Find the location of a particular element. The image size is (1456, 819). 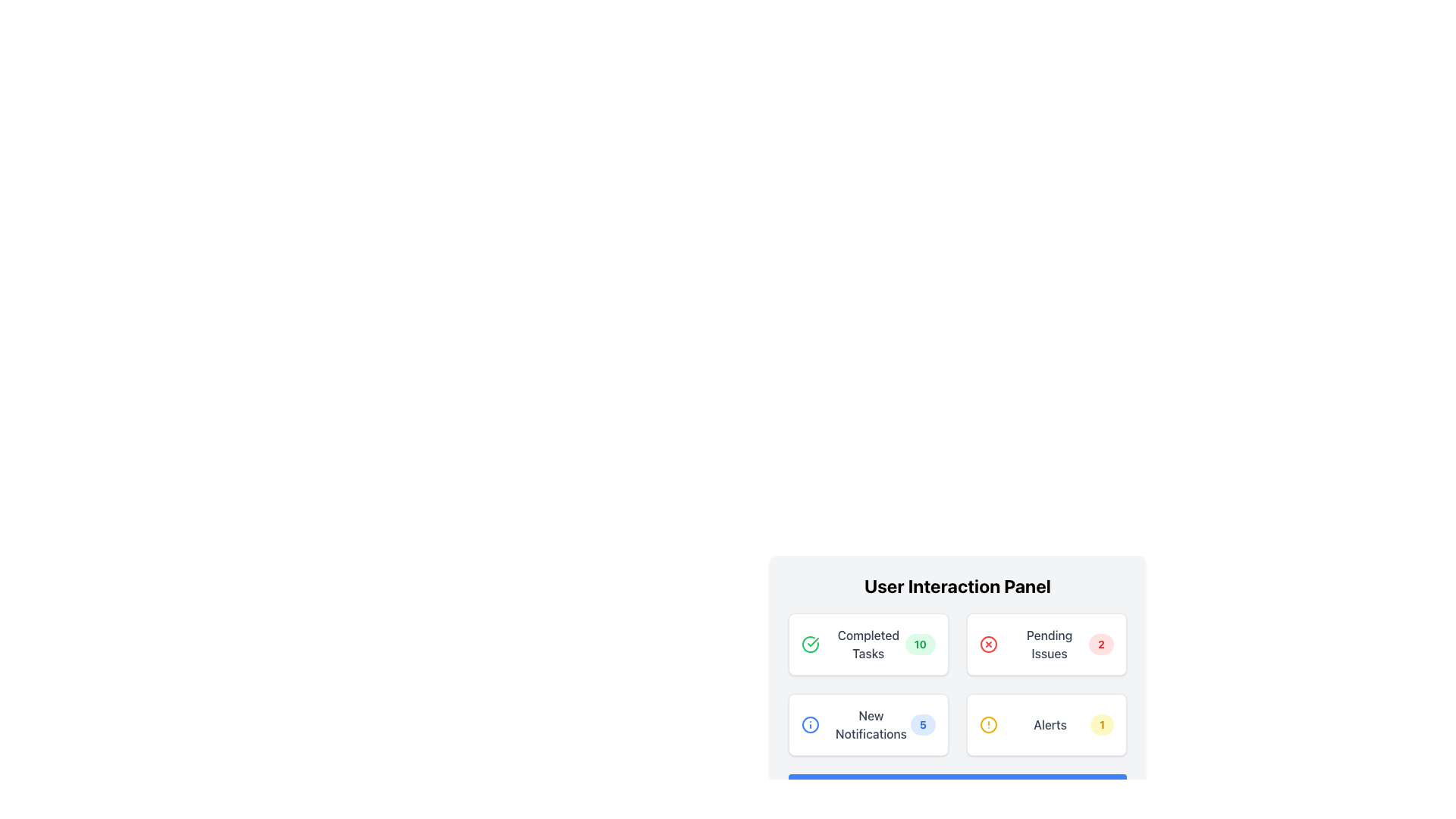

the icon indicating pending issues, located to the left of the number '2' within the 'Pending Issues' card in the User Interaction Panel is located at coordinates (989, 644).